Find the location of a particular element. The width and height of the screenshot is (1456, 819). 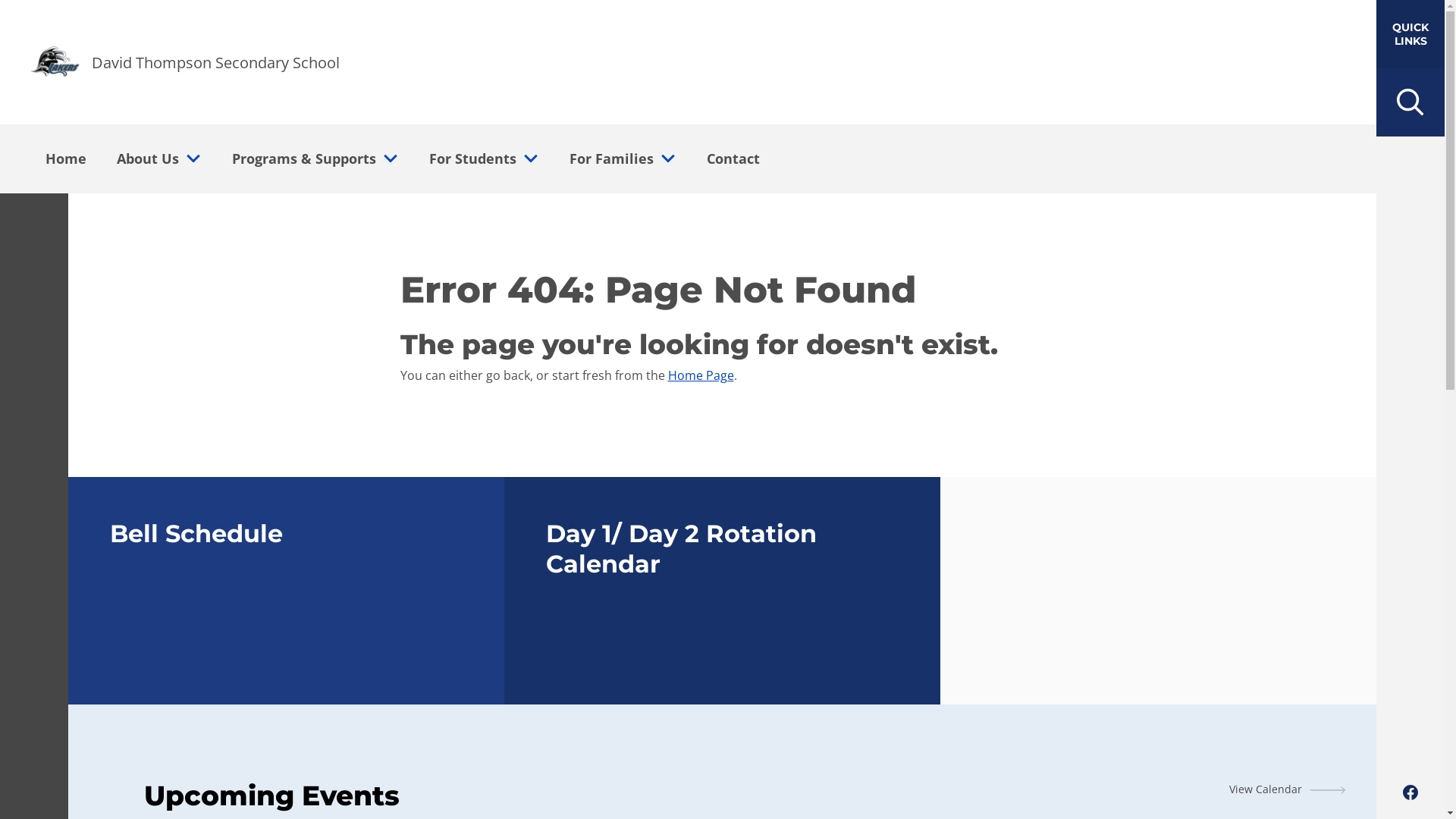

'Facebook' is located at coordinates (1410, 792).